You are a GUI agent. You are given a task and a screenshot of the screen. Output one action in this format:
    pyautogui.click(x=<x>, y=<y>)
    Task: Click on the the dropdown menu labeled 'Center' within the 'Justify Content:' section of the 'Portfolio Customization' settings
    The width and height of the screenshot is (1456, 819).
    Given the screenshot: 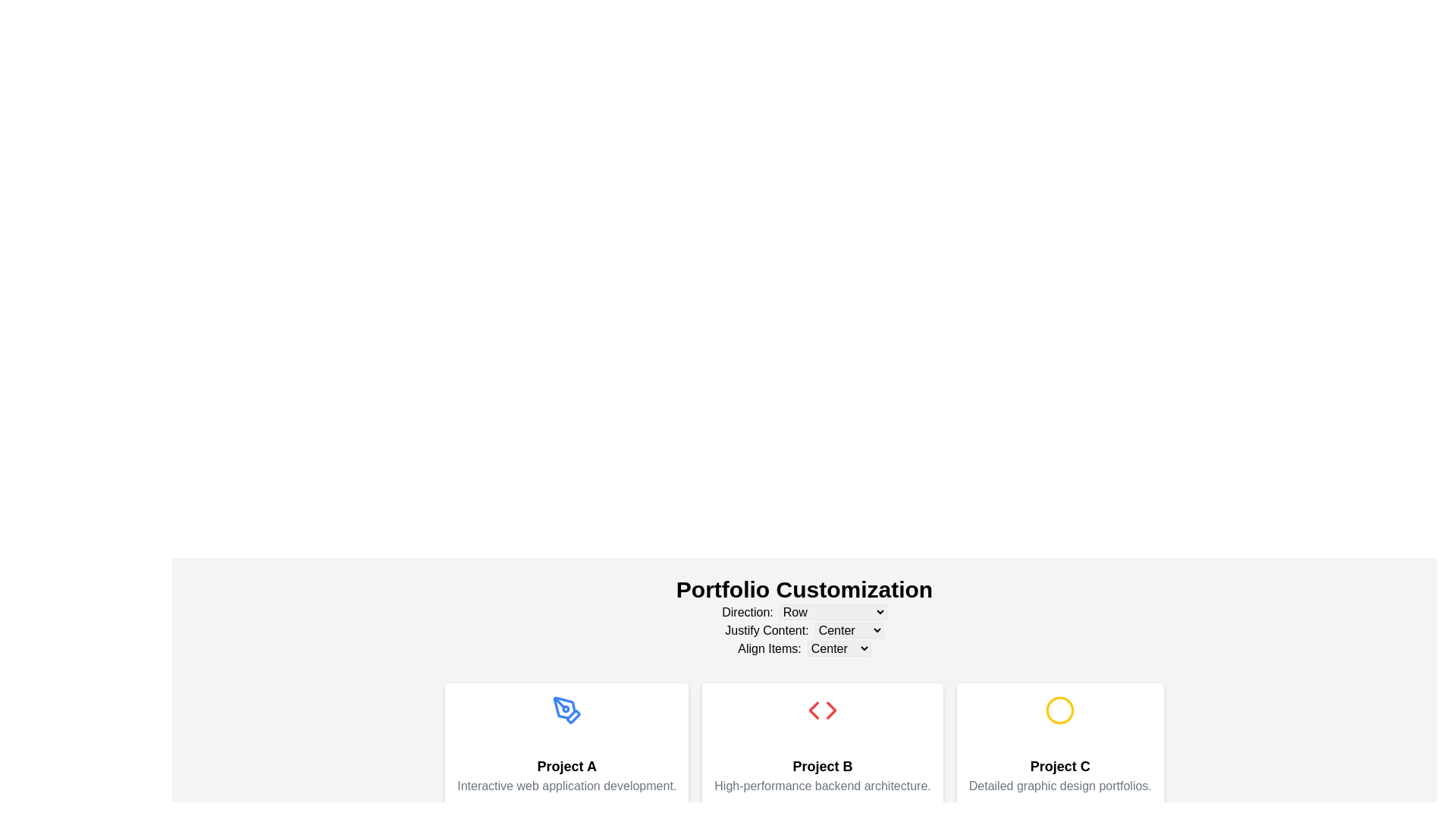 What is the action you would take?
    pyautogui.click(x=849, y=630)
    